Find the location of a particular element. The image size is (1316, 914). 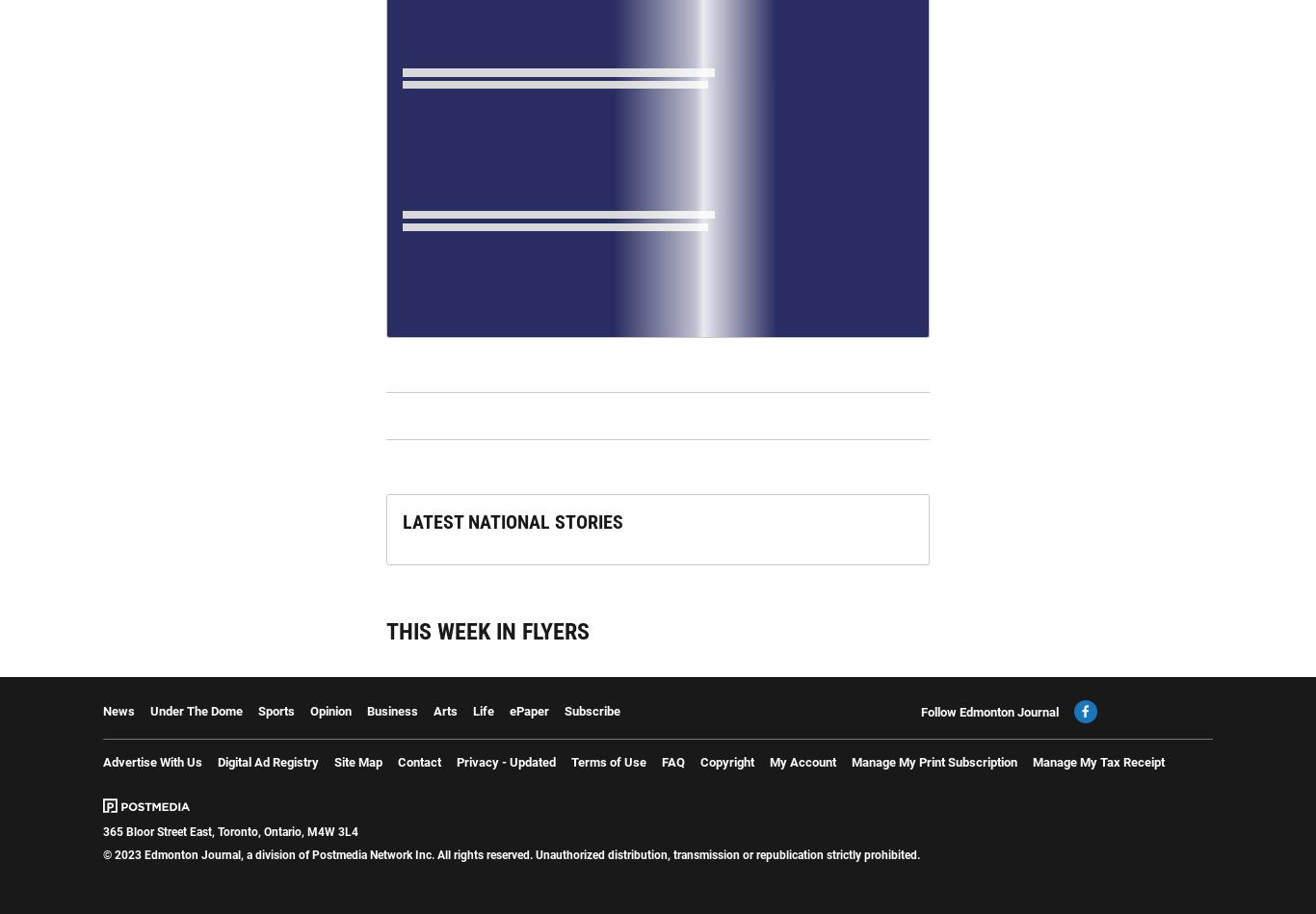

'Site Map' is located at coordinates (332, 762).